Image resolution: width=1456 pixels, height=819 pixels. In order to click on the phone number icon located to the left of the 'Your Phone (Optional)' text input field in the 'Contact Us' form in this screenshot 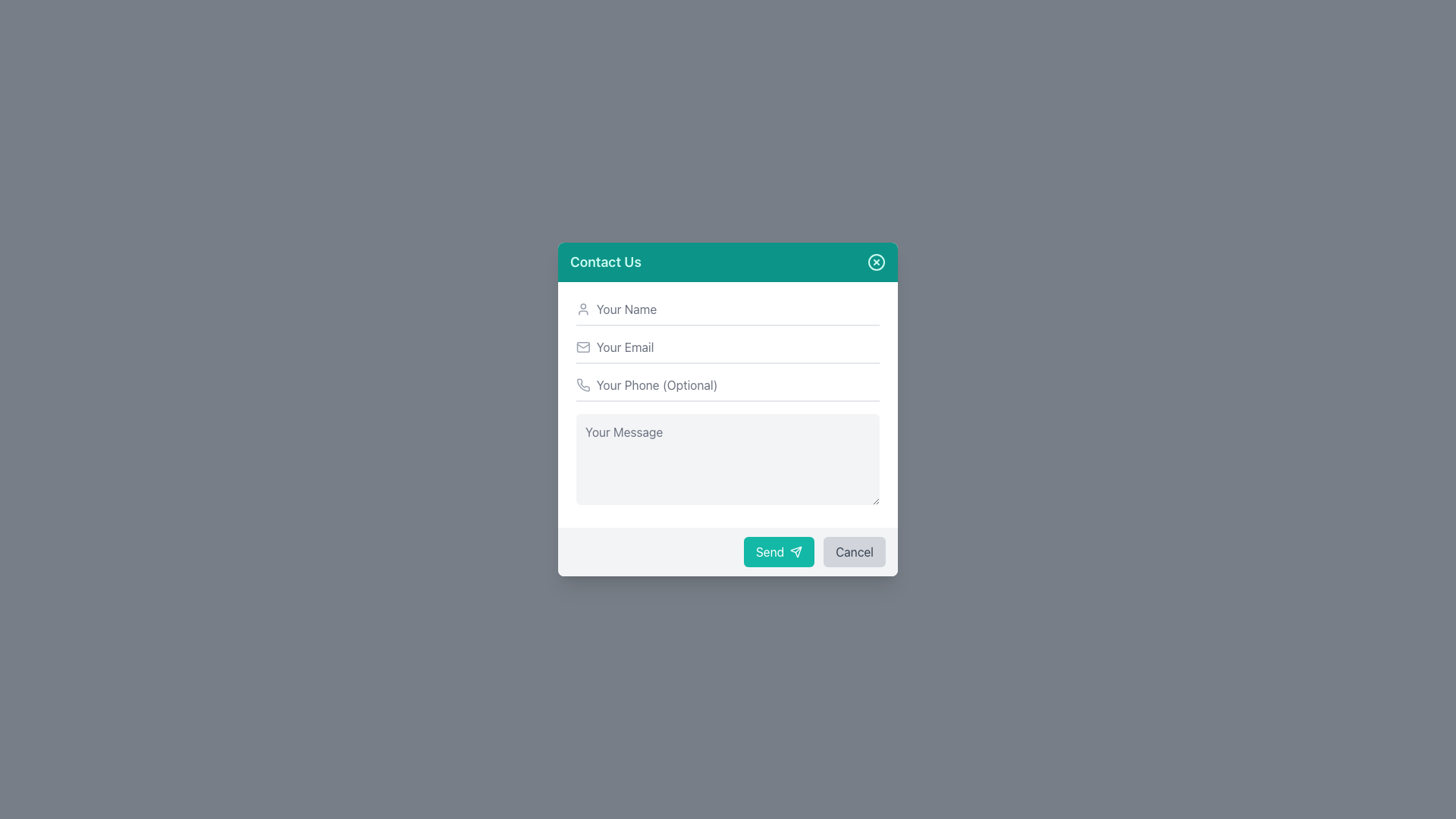, I will do `click(582, 384)`.